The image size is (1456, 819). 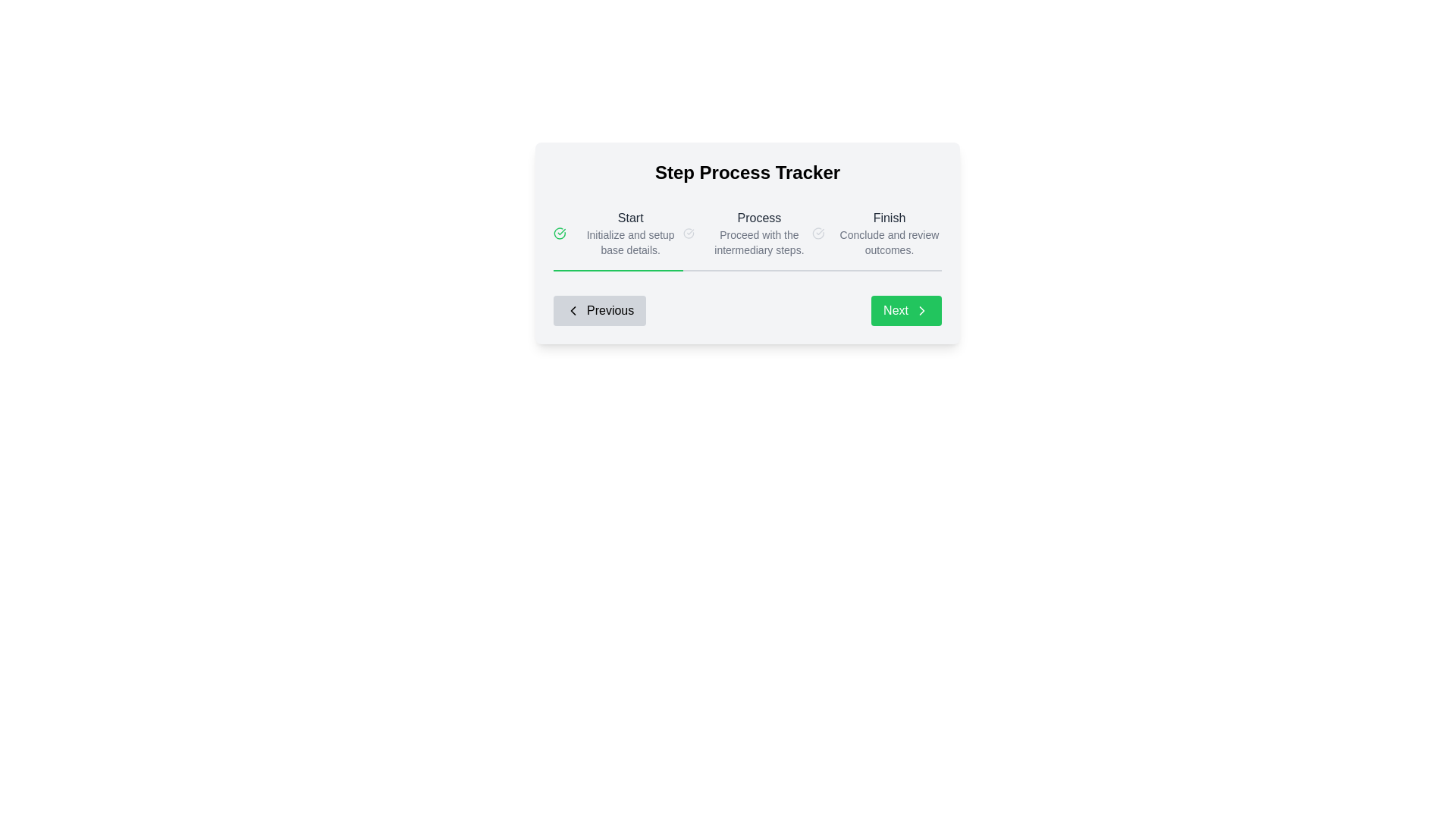 I want to click on the chevron arrow icon indicating the 'Previous' button located in the bottom left section of the step tracker interface, so click(x=572, y=309).